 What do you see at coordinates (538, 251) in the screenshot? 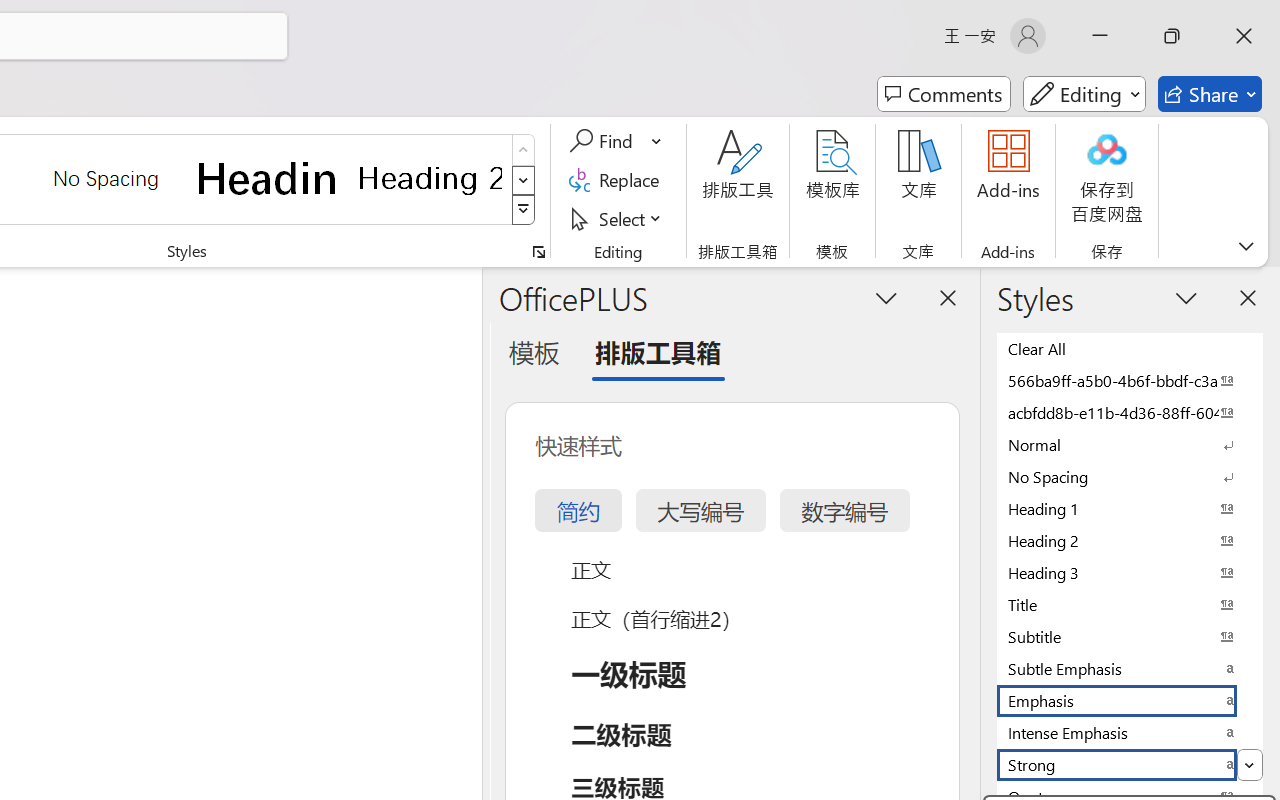
I see `'Styles...'` at bounding box center [538, 251].